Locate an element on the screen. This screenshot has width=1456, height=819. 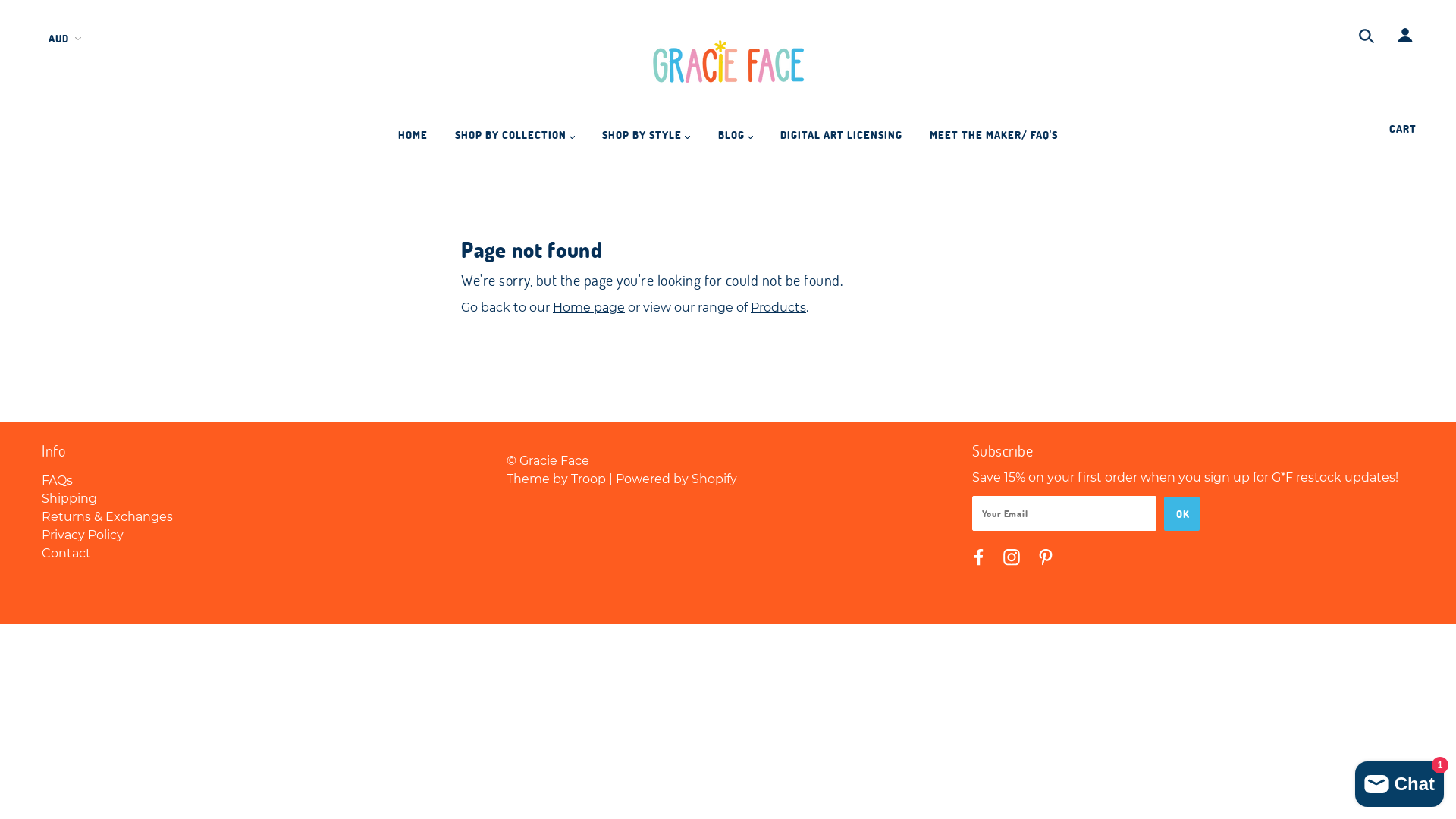
'BLOG' is located at coordinates (735, 140).